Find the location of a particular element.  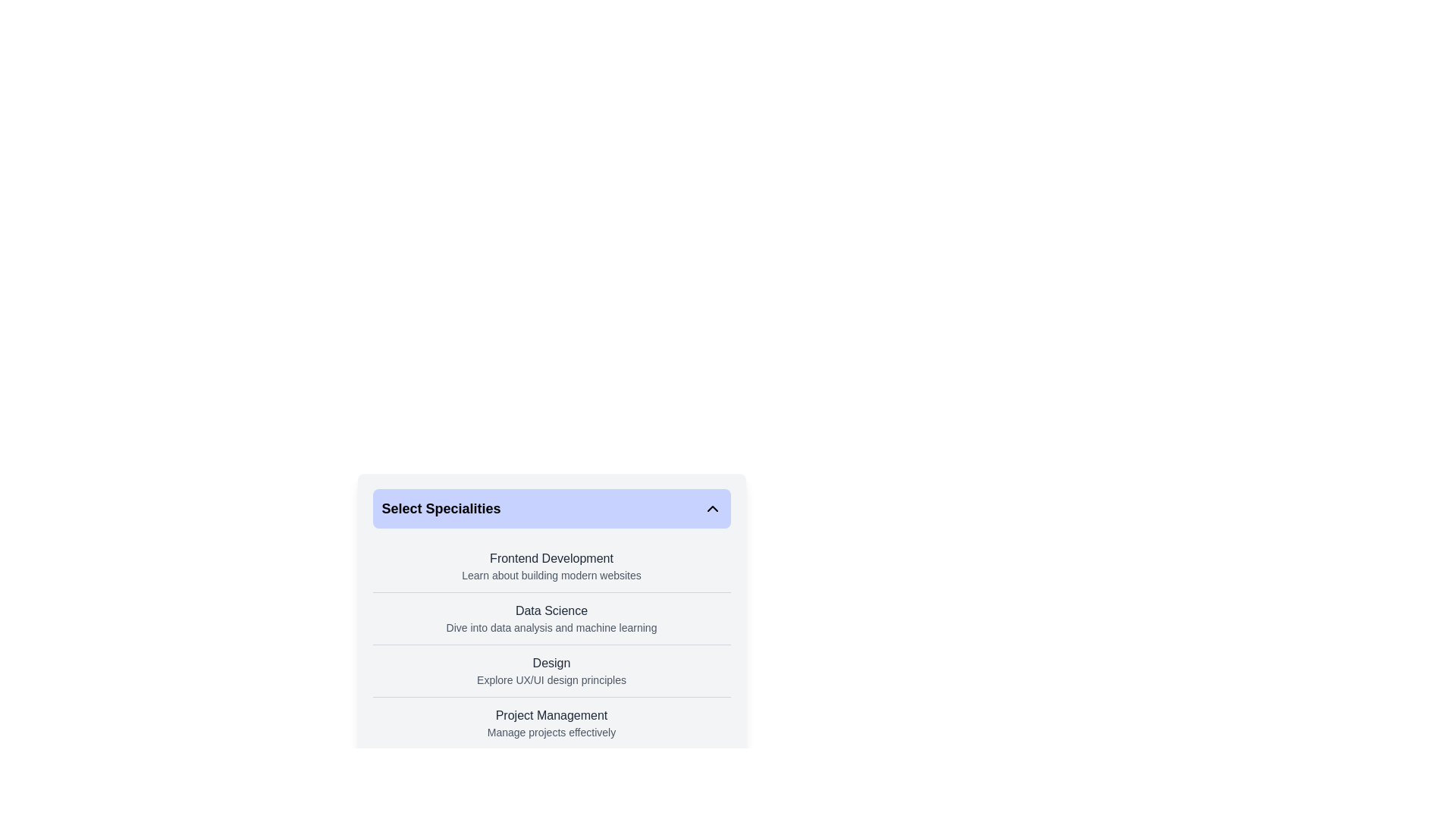

the third list item labeled 'Design' in the 'Select Specialities' section is located at coordinates (551, 670).